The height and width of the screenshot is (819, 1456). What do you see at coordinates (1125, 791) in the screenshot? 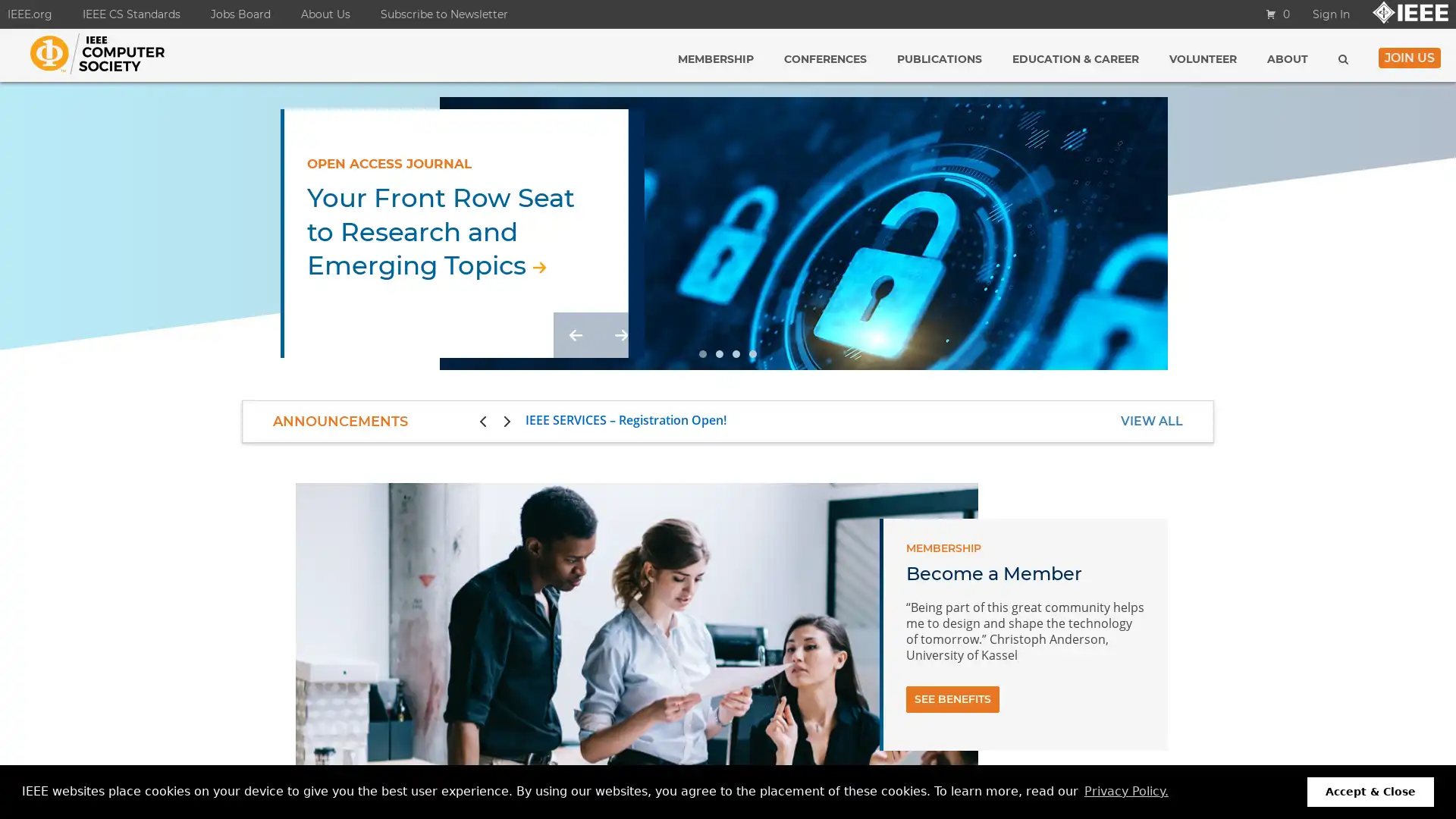
I see `learn more about cookies` at bounding box center [1125, 791].